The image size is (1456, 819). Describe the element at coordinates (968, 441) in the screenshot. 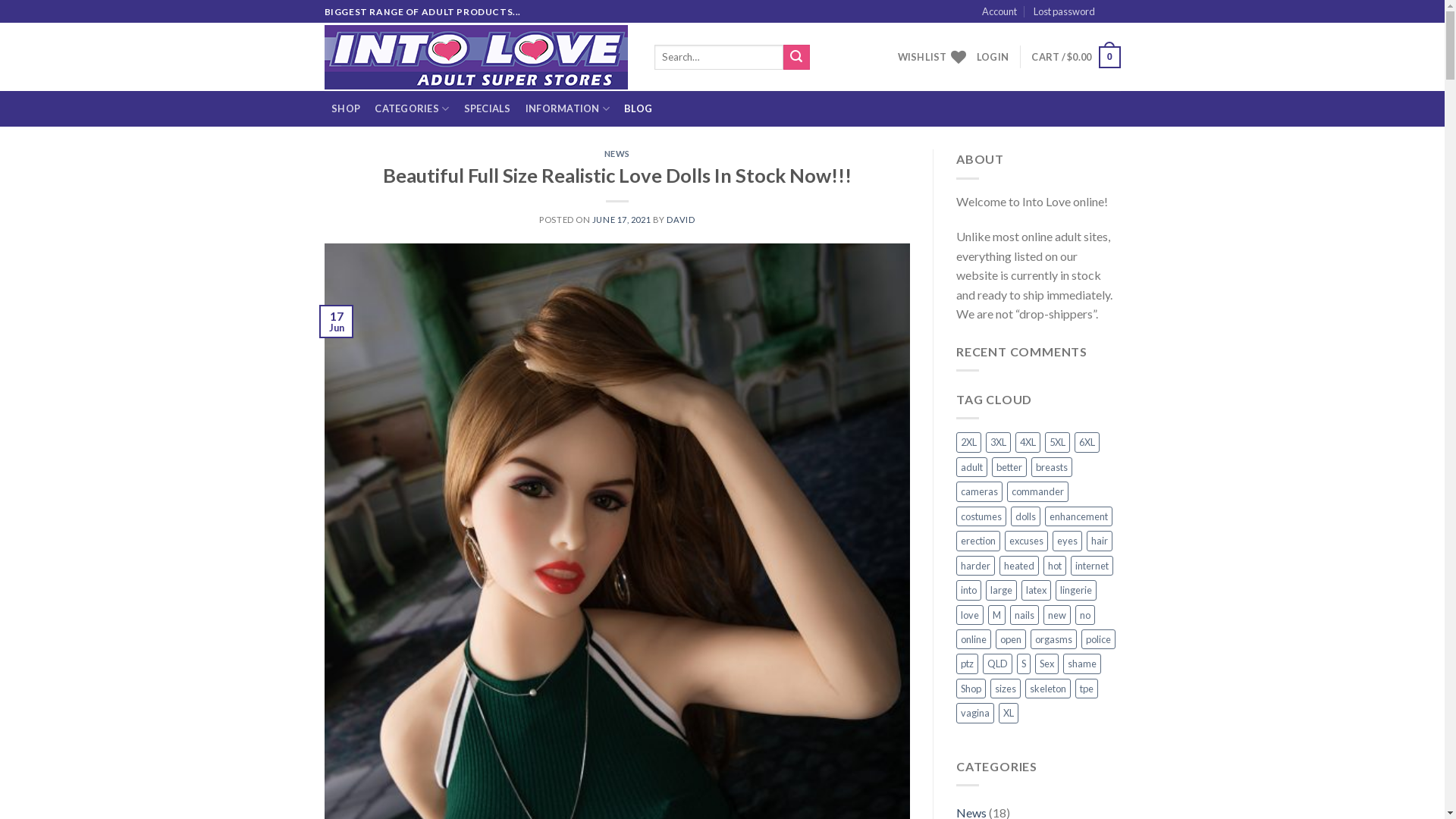

I see `'2XL'` at that location.